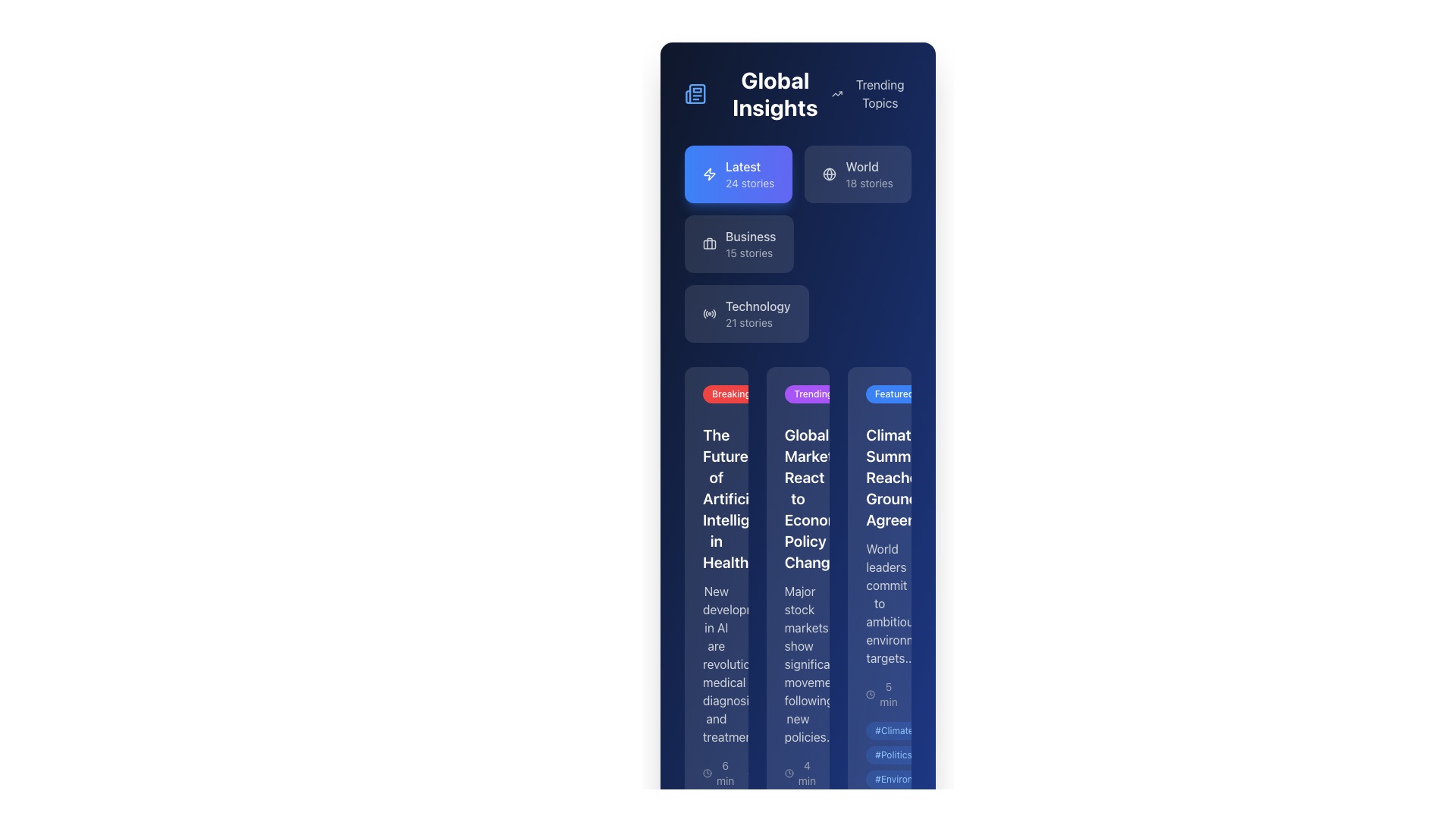  Describe the element at coordinates (807, 773) in the screenshot. I see `the comment icon located at the right edge of the vertical card containing the text '4 min'` at that location.